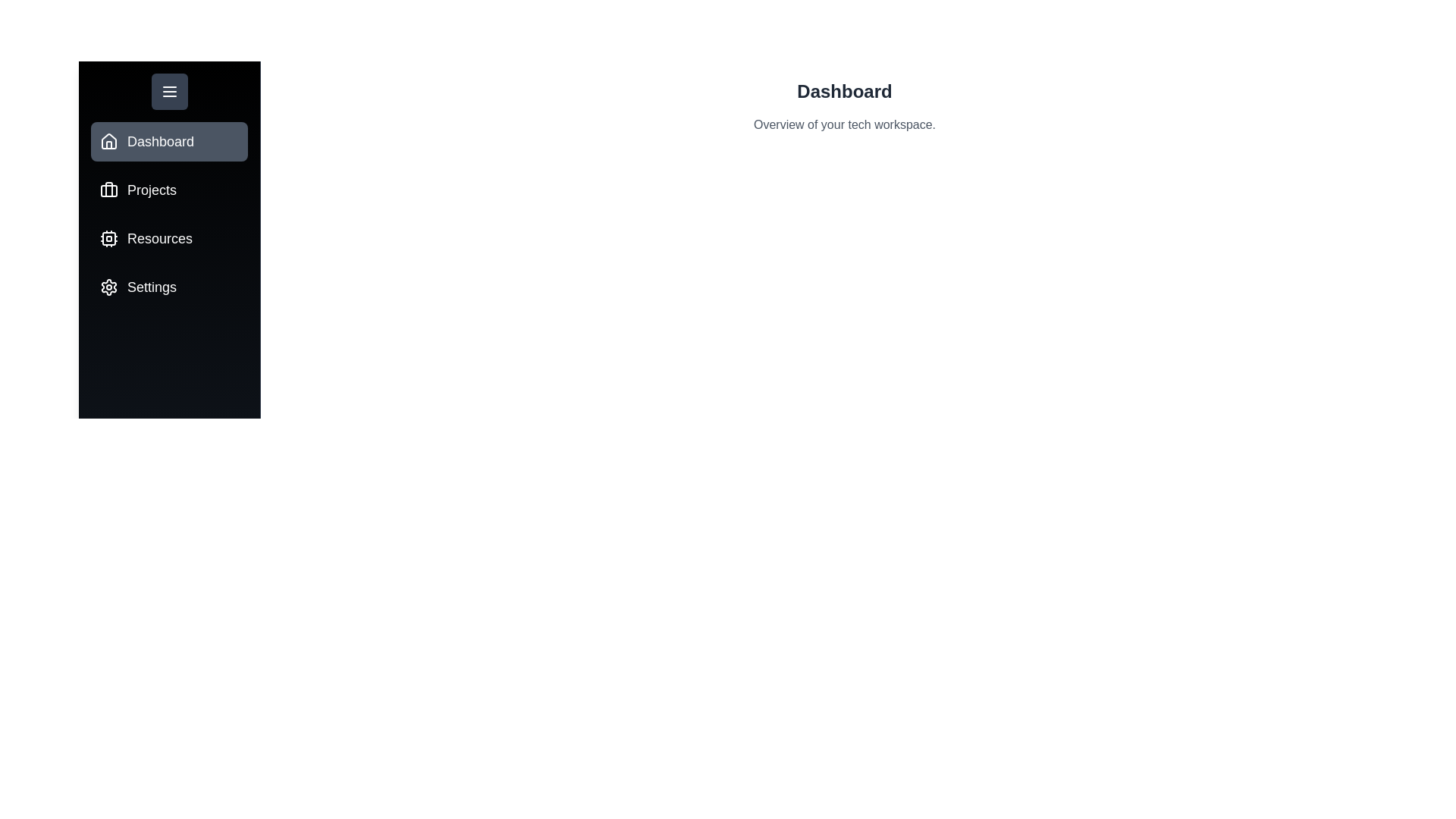 This screenshot has height=819, width=1456. Describe the element at coordinates (169, 141) in the screenshot. I see `the tab Dashboard from the available options` at that location.